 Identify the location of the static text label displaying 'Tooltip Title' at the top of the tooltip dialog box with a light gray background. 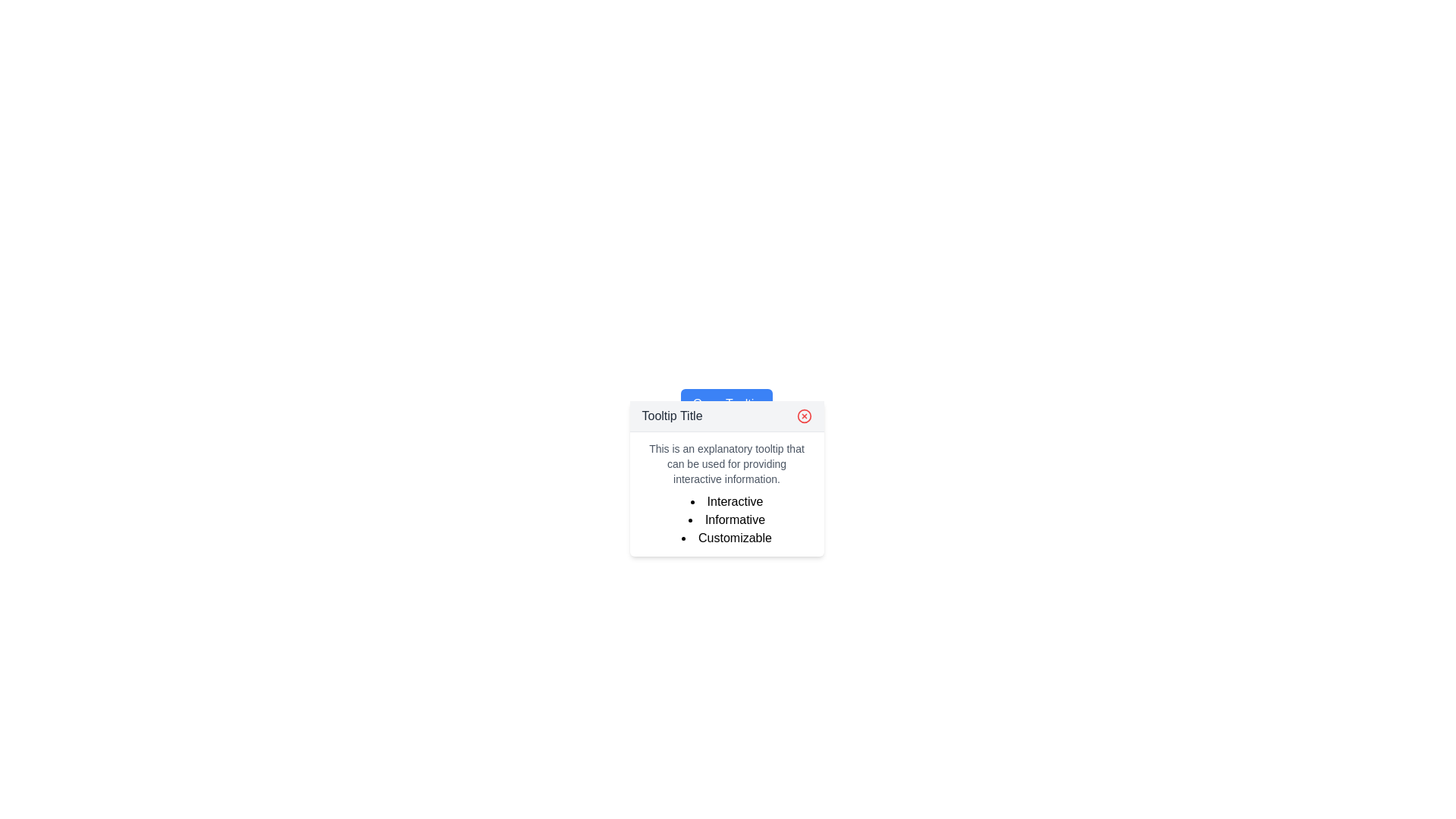
(671, 416).